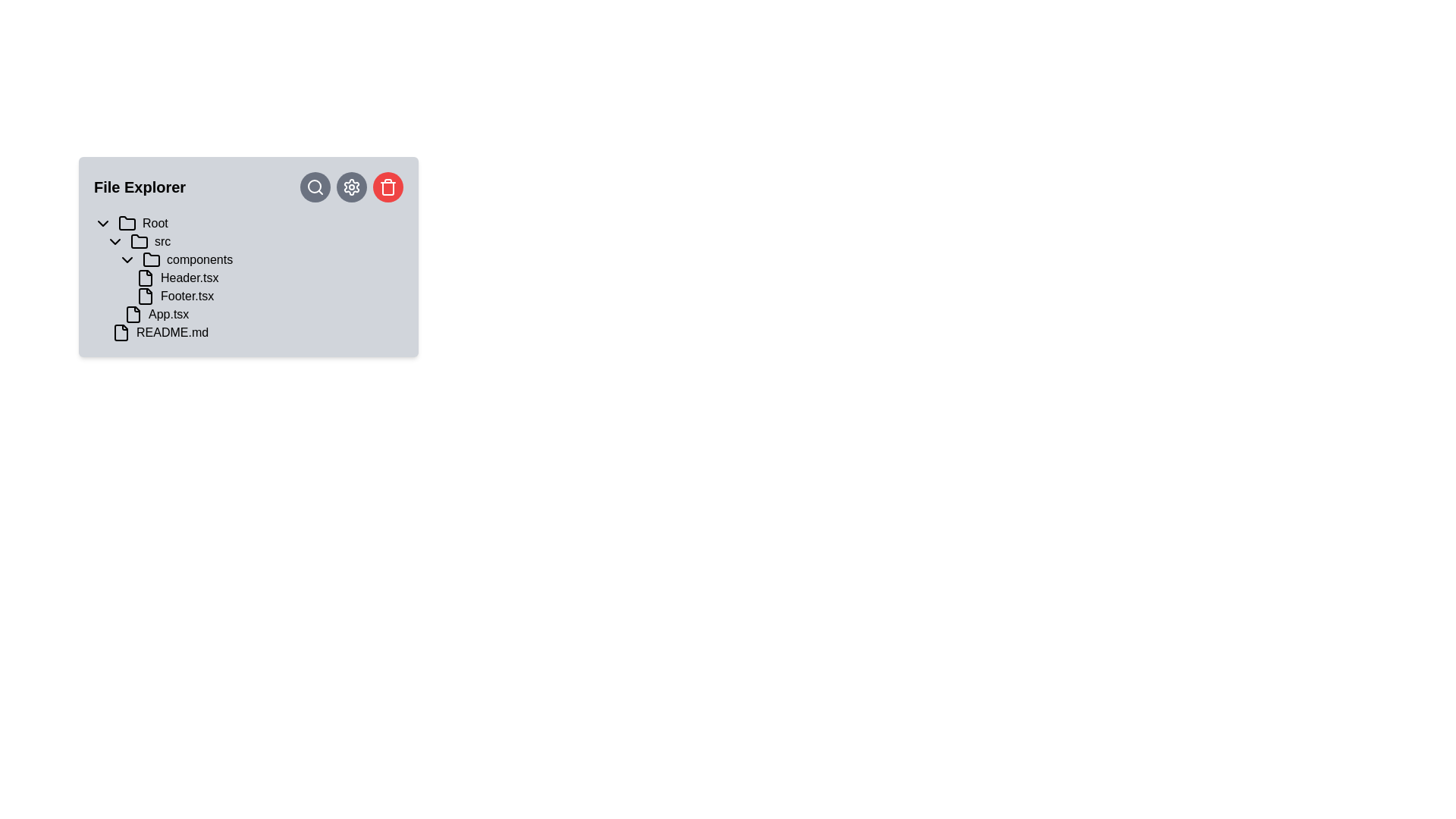  Describe the element at coordinates (388, 186) in the screenshot. I see `the delete icon button located at the top-right corner of the file explorer panel` at that location.